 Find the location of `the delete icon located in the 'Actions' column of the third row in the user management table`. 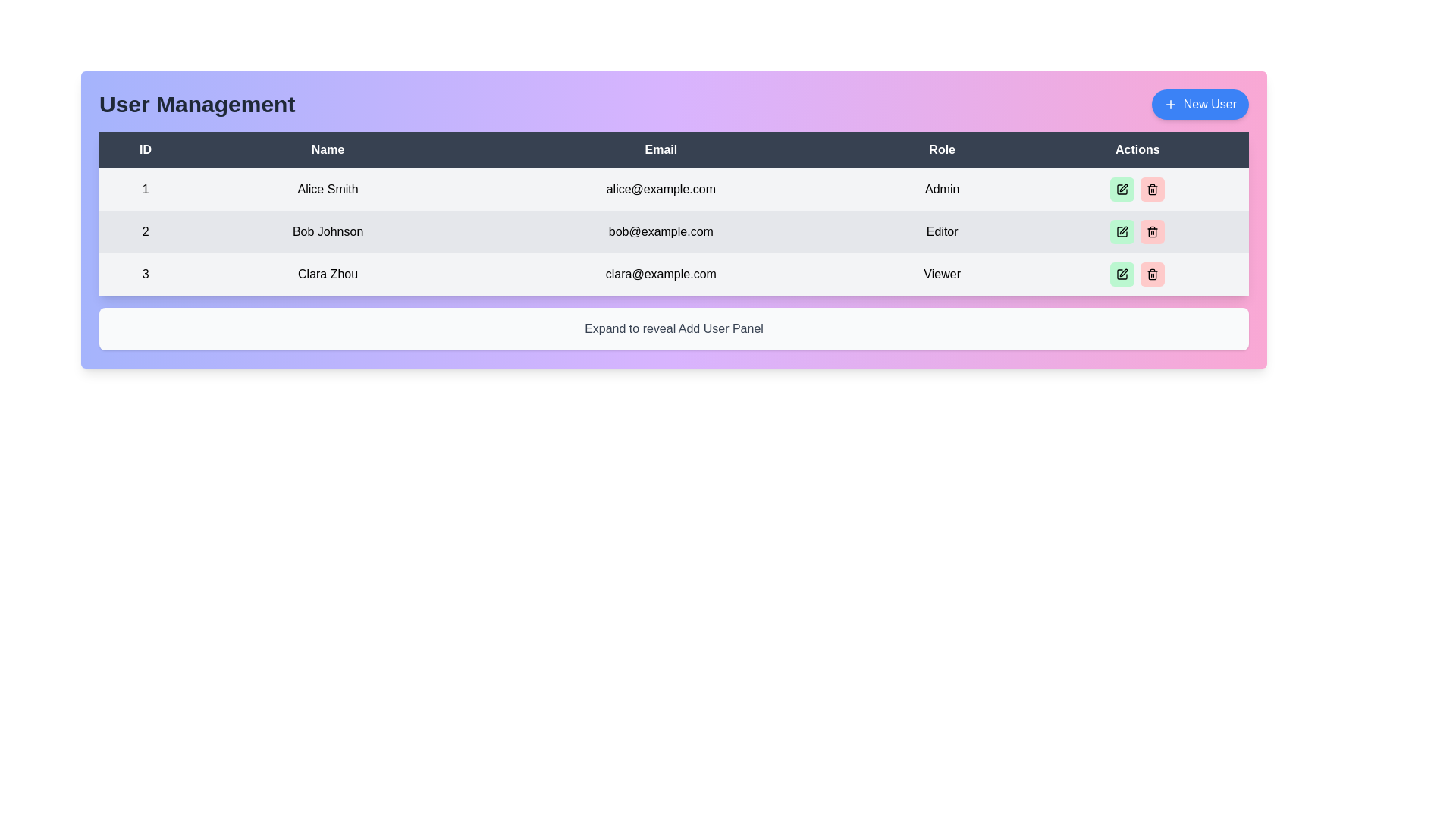

the delete icon located in the 'Actions' column of the third row in the user management table is located at coordinates (1153, 275).